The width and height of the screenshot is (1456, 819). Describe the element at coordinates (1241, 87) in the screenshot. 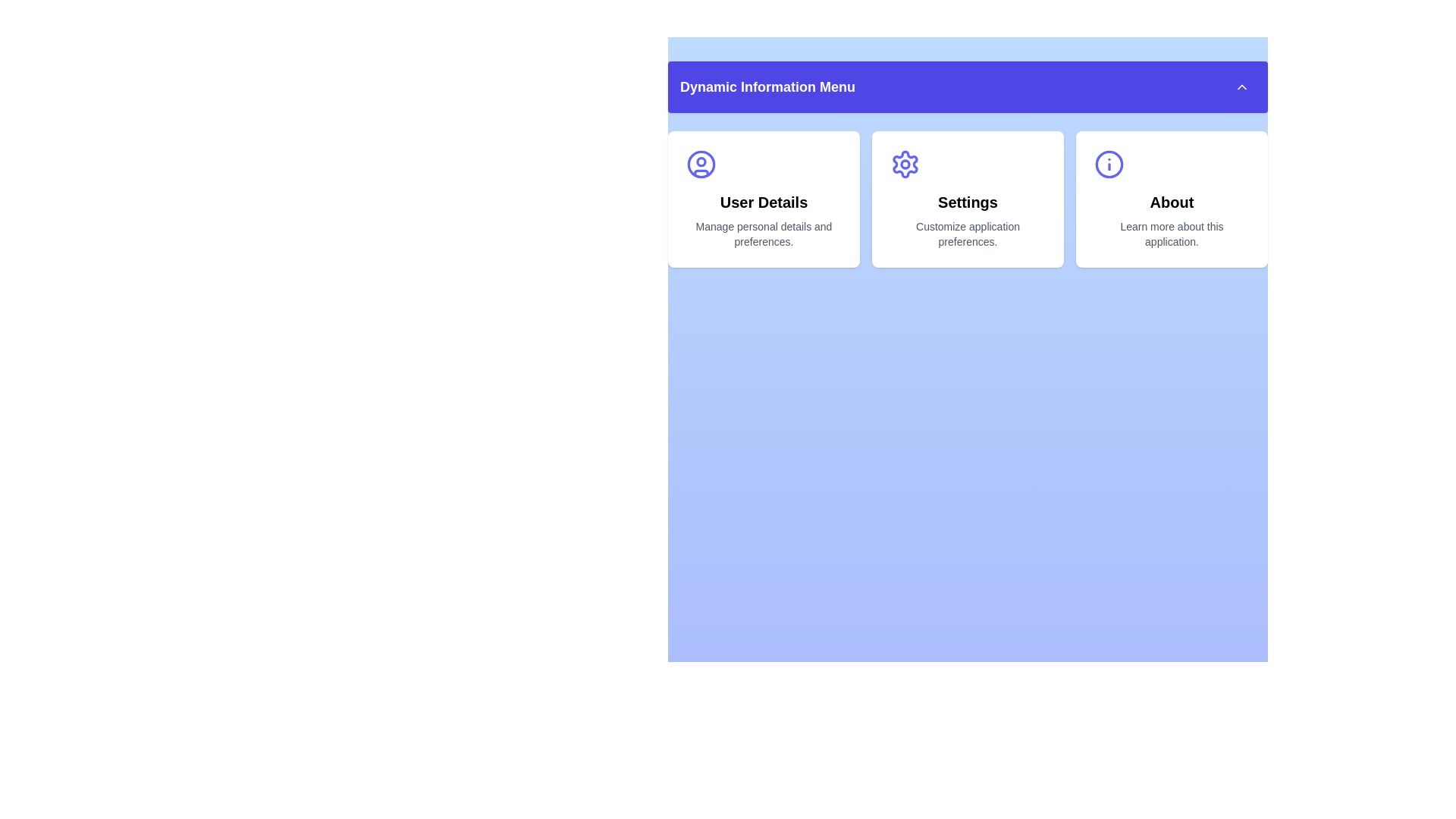

I see `menu expansion button to toggle its state` at that location.